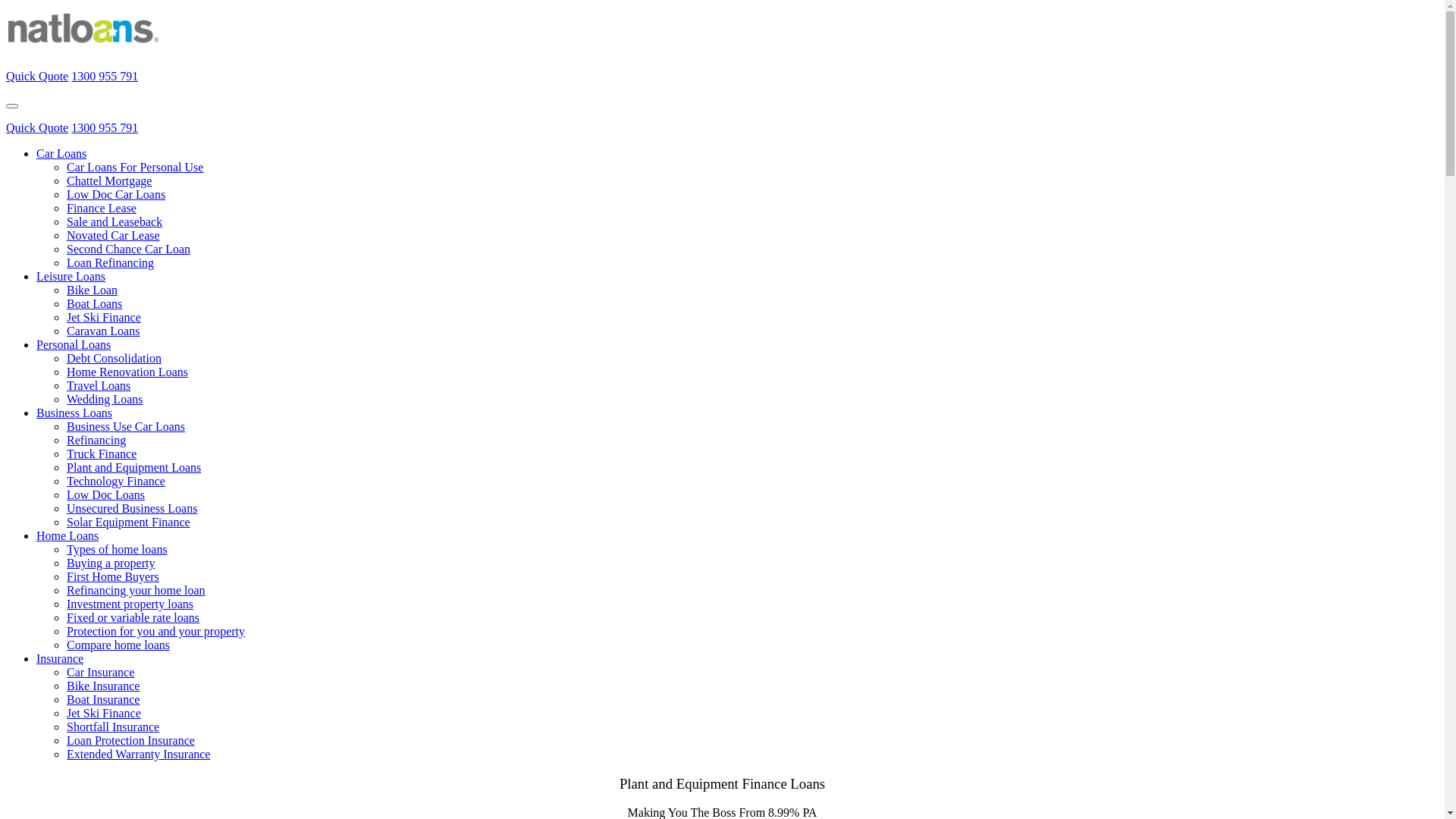 This screenshot has width=1456, height=819. I want to click on 'Business Use Car Loans', so click(126, 426).